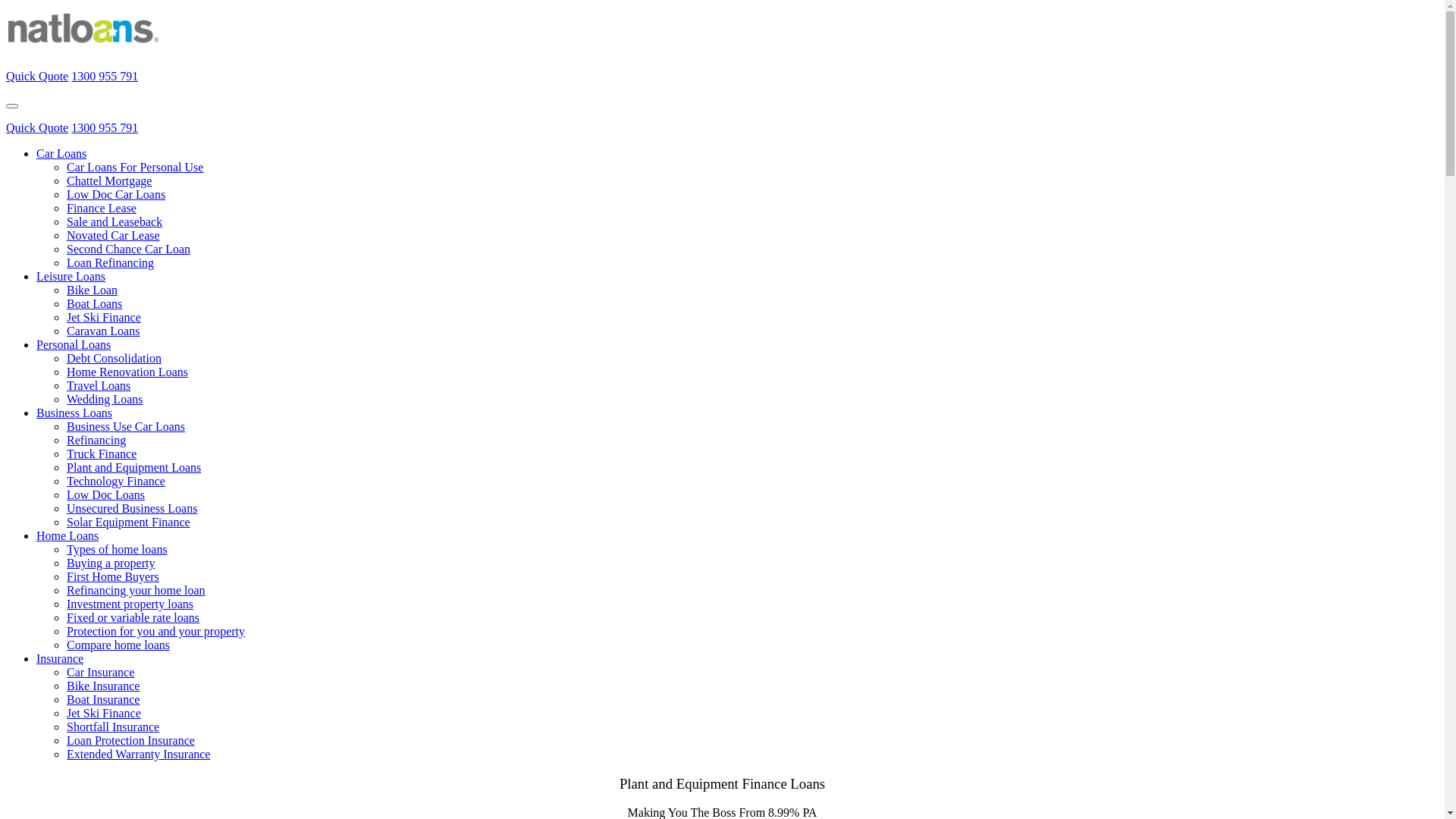 This screenshot has width=1456, height=819. I want to click on 'Business Use Car Loans', so click(126, 426).